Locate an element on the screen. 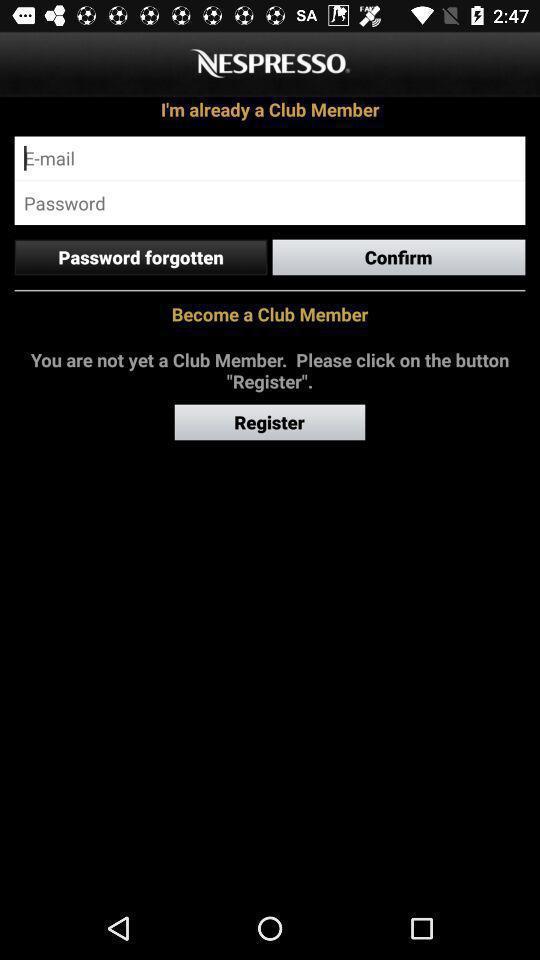 This screenshot has width=540, height=960. icon to the left of the confirm is located at coordinates (139, 256).